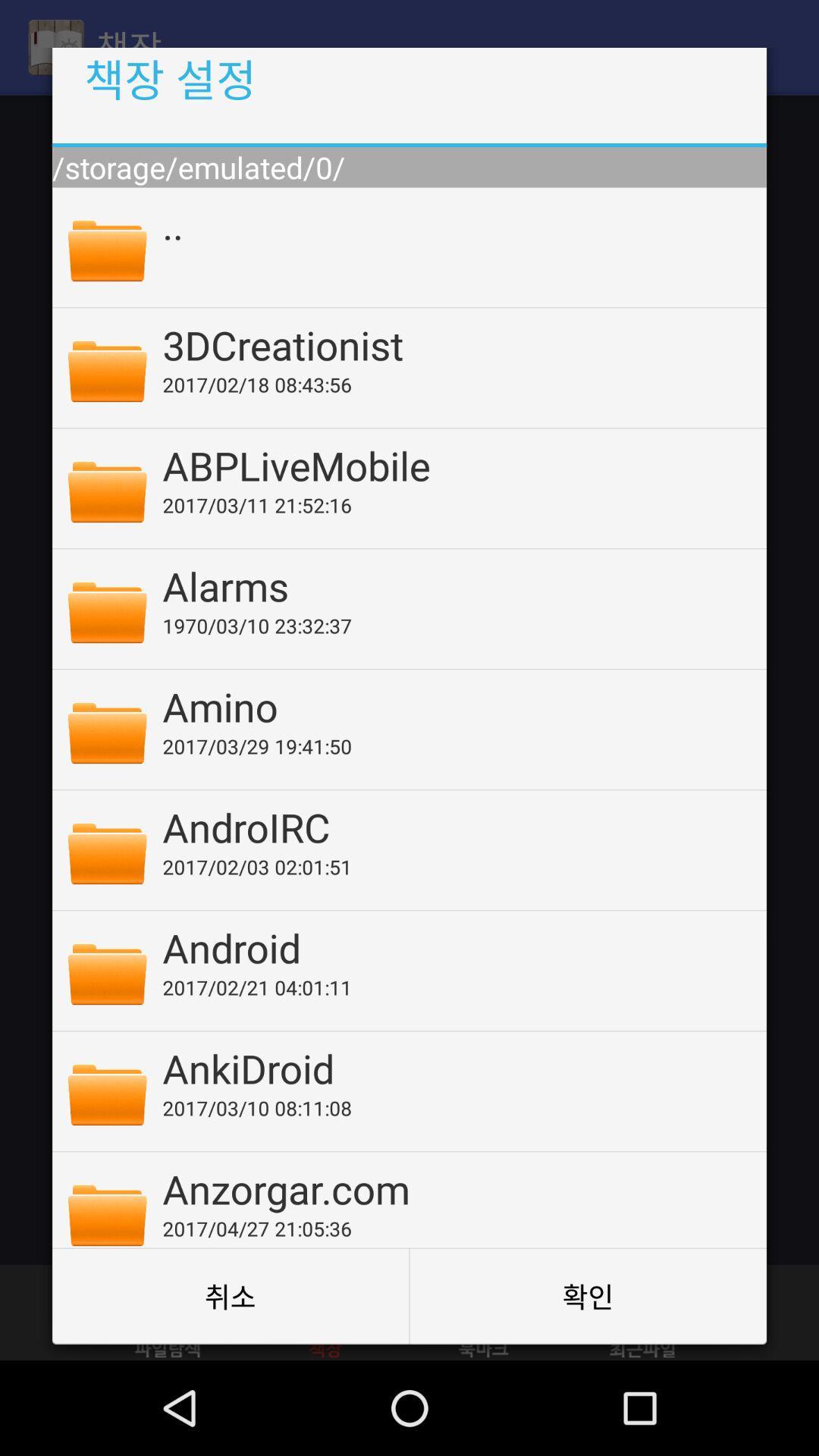 Image resolution: width=819 pixels, height=1456 pixels. What do you see at coordinates (453, 585) in the screenshot?
I see `alarms icon` at bounding box center [453, 585].